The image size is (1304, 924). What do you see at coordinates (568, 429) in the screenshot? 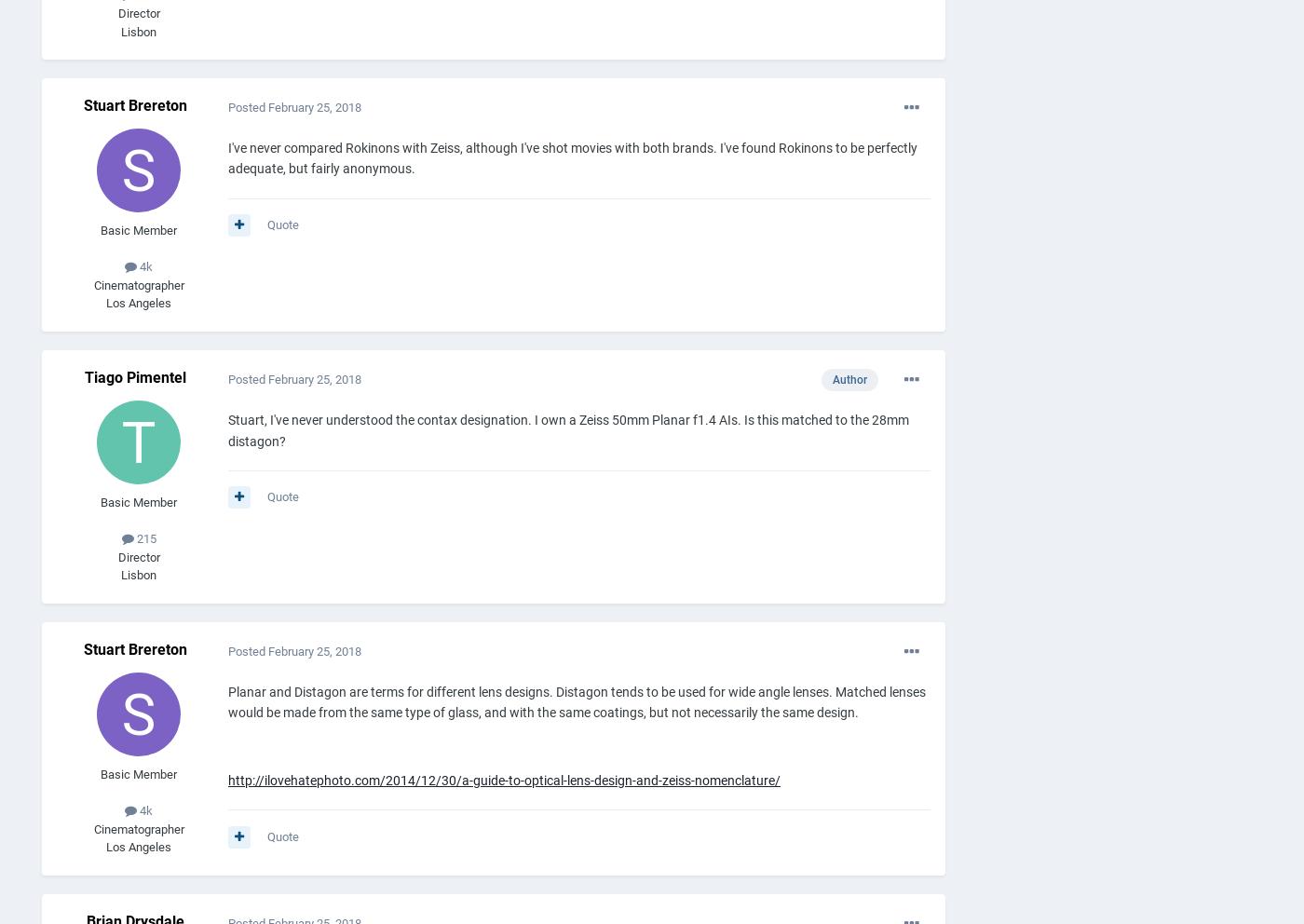
I see `'Stuart, I've never understood the contax designation. I own a Zeiss 50mm Planar f1.4 AIs. Is this matched to the 28mm distagon?'` at bounding box center [568, 429].